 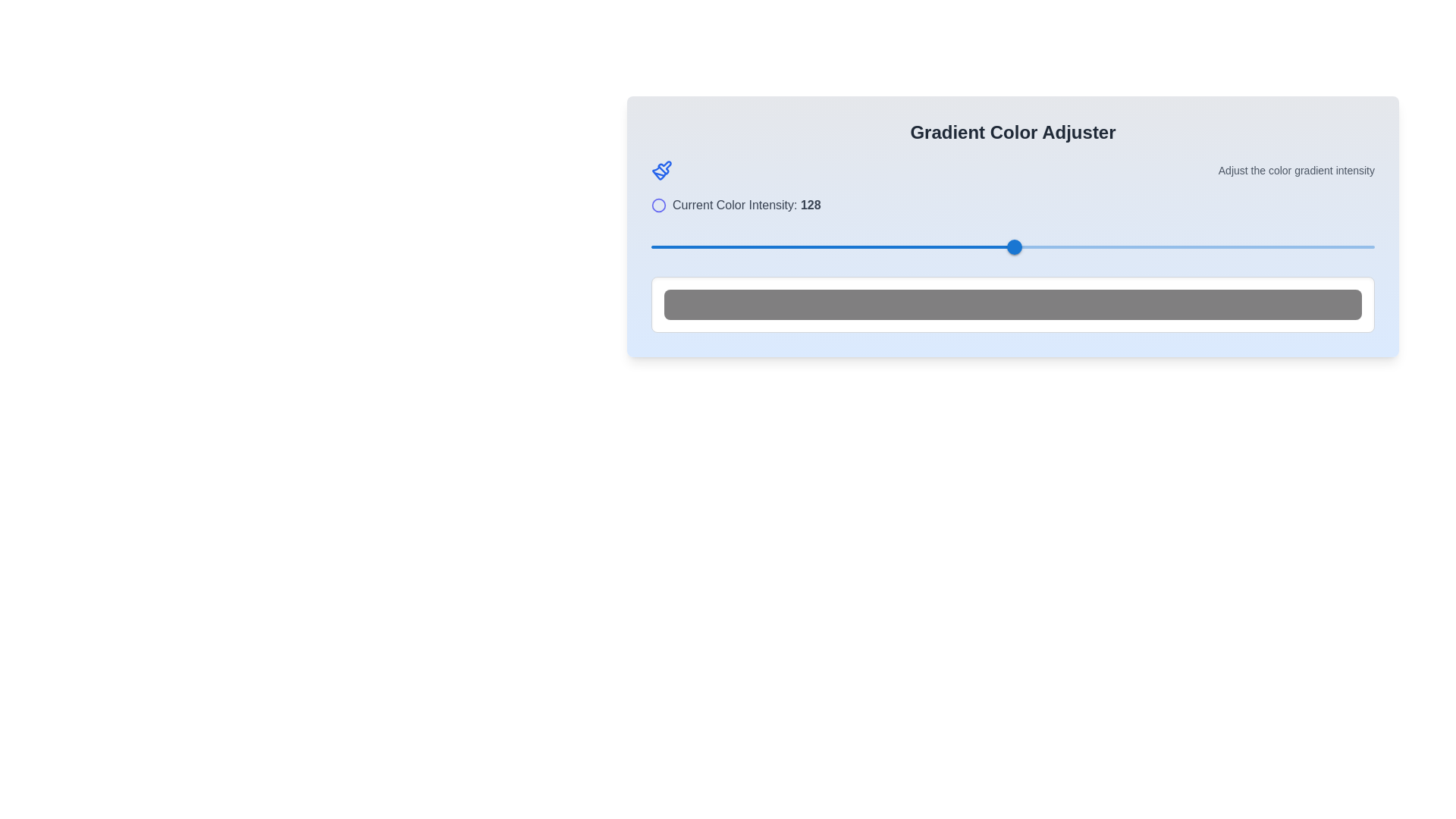 I want to click on the gradient color intensity, so click(x=1317, y=246).